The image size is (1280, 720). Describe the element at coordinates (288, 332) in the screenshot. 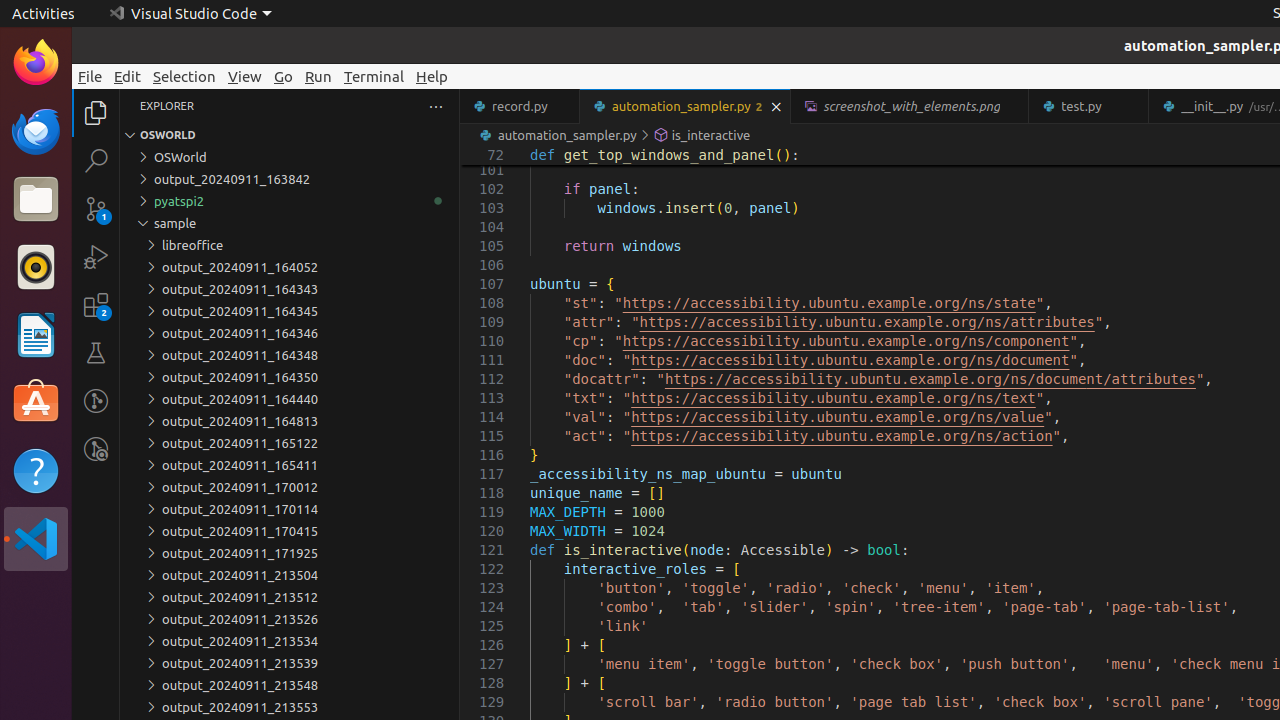

I see `'output_20240911_164346'` at that location.